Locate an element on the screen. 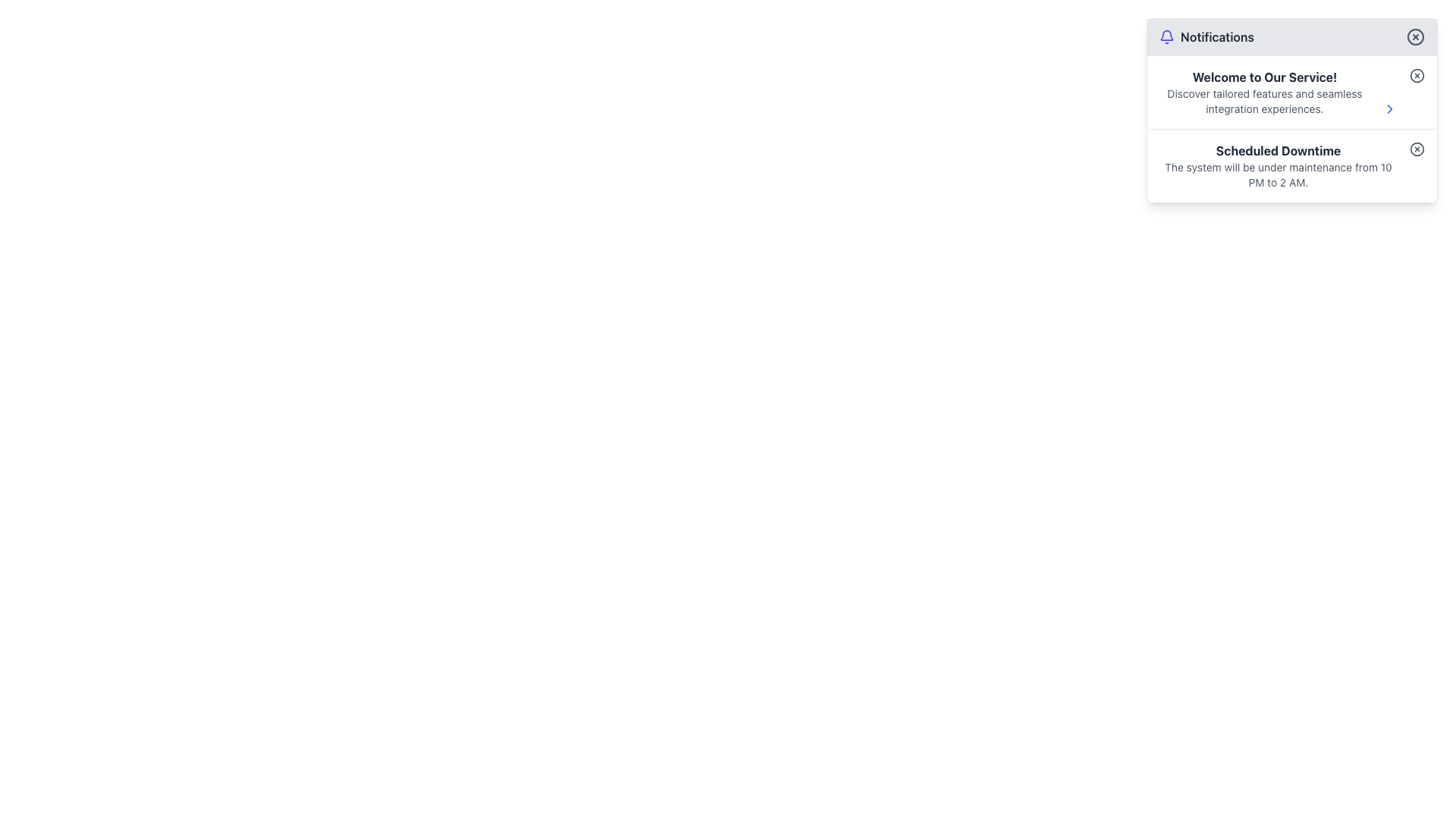 The width and height of the screenshot is (1456, 819). bold heading text 'Welcome to Our Service!' located at the top of the notification card is located at coordinates (1265, 77).